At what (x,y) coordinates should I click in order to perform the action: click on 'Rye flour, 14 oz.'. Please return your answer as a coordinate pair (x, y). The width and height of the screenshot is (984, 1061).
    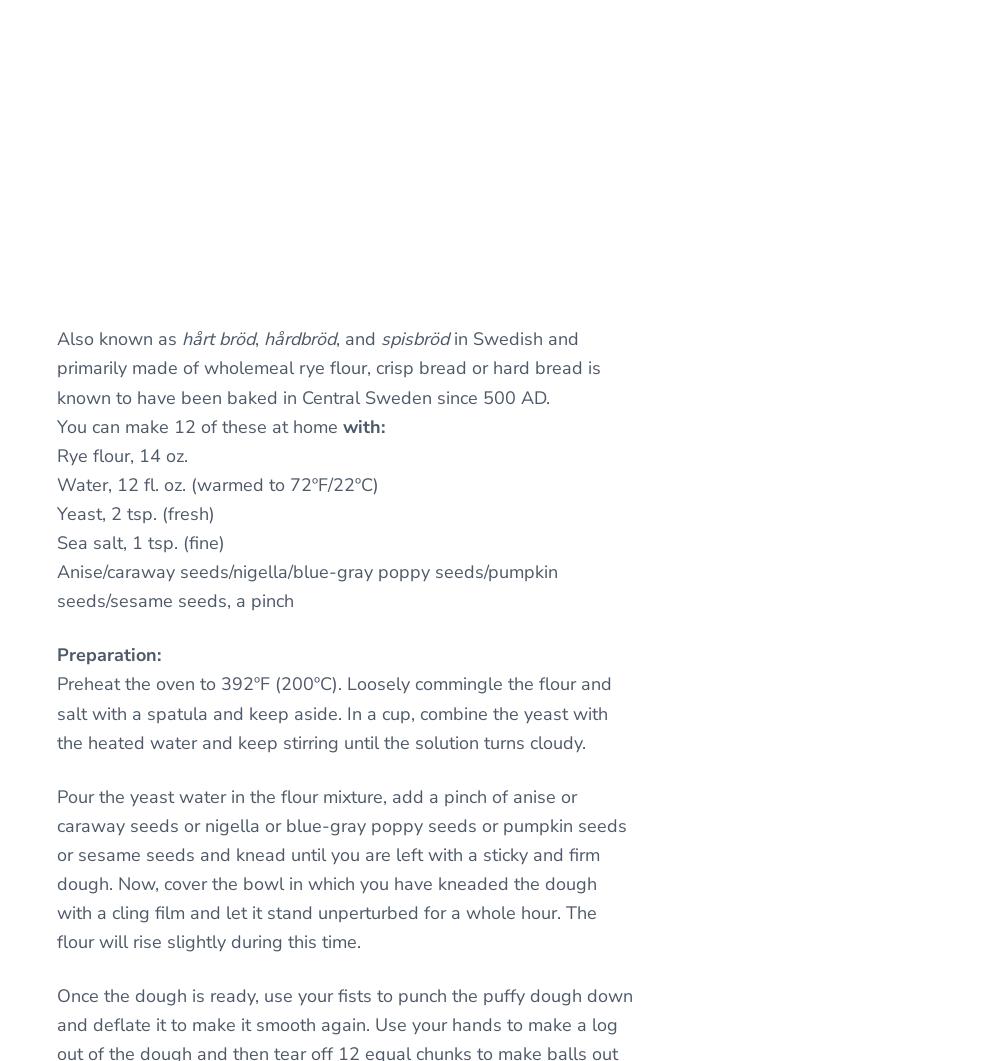
    Looking at the image, I should click on (55, 454).